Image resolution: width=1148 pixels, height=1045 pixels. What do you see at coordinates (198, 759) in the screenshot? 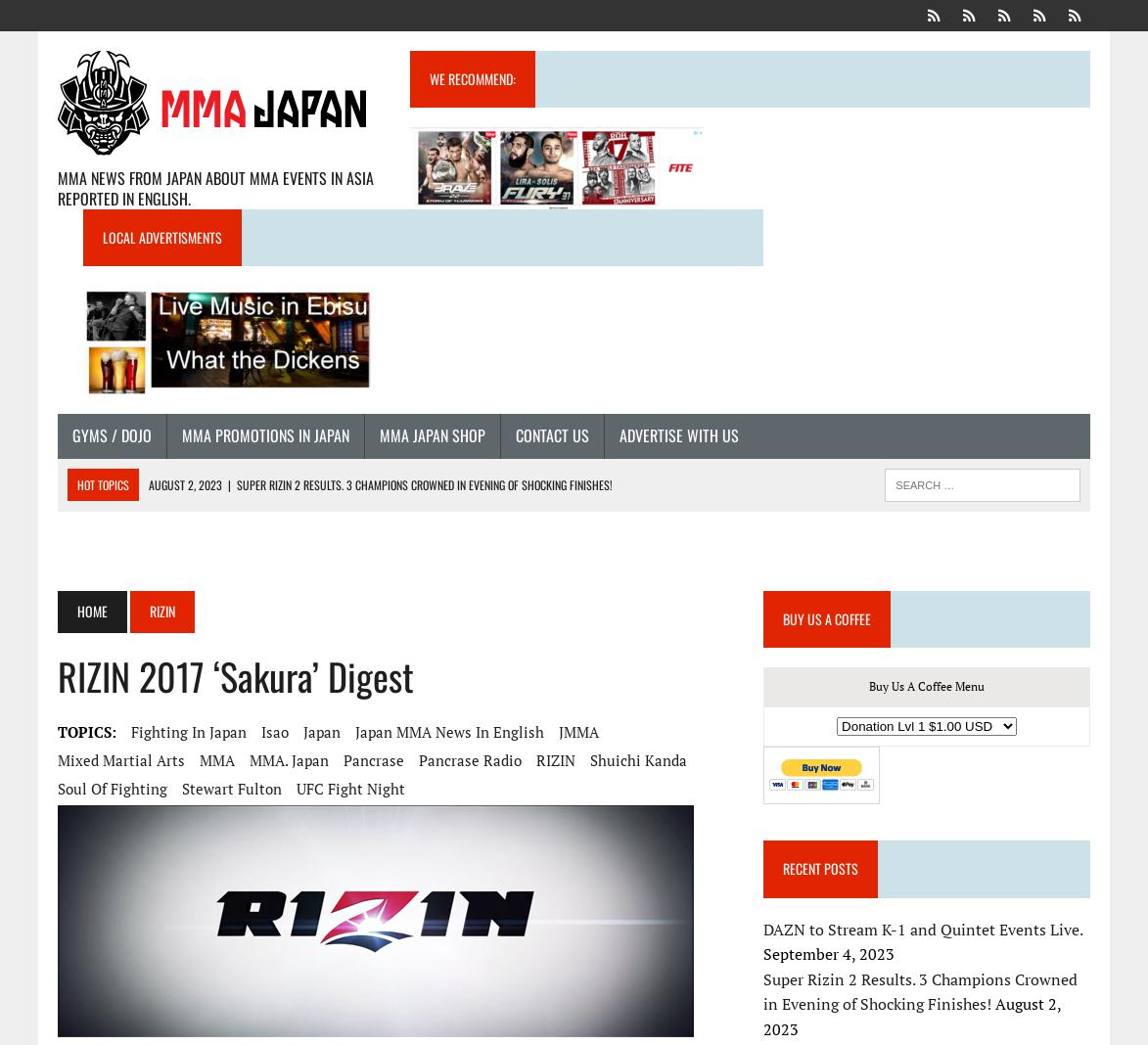
I see `'MMA'` at bounding box center [198, 759].